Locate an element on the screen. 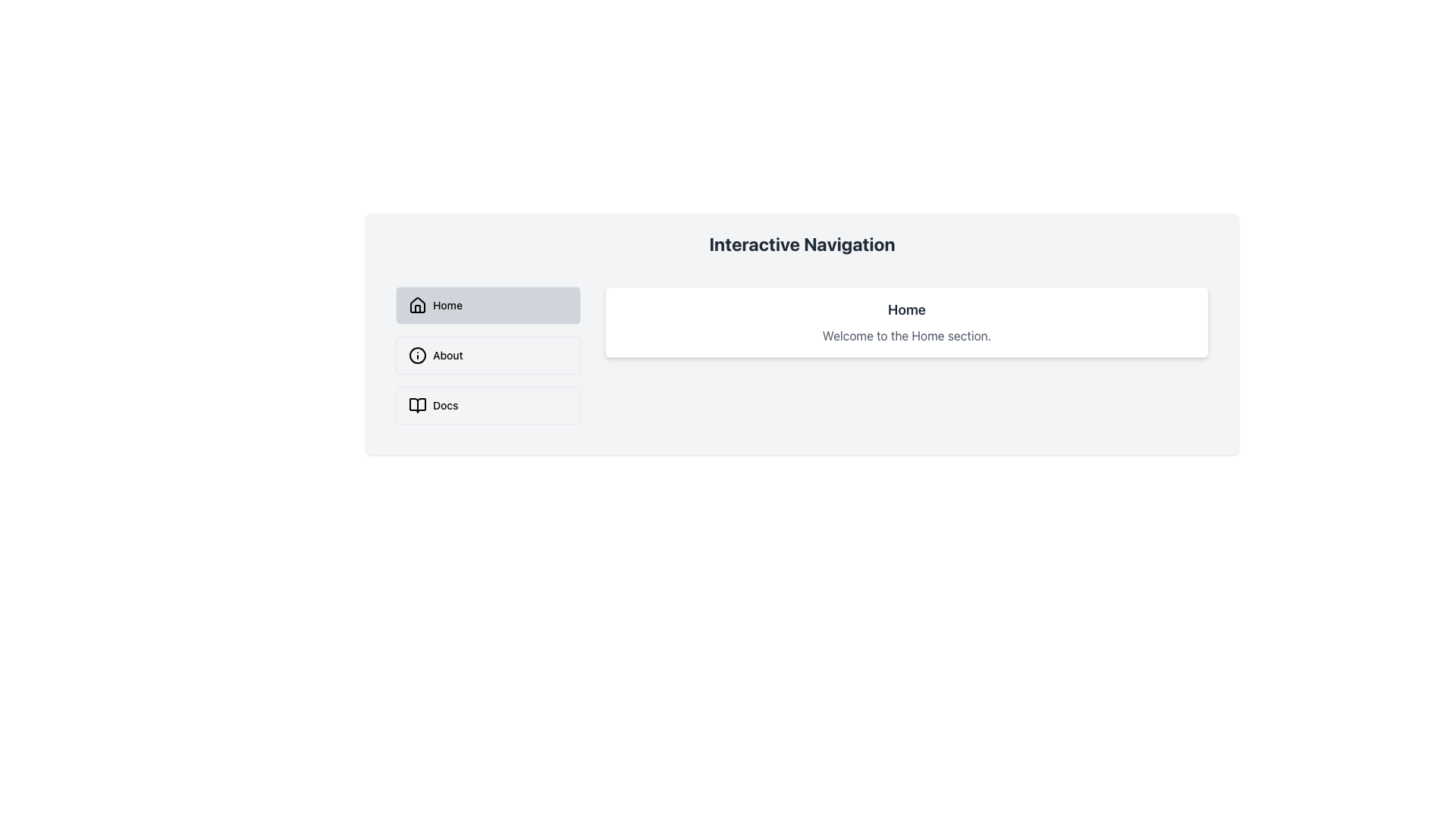 The height and width of the screenshot is (819, 1456). the navigation button labeled as the third option in the vertical list, which leads to documentation or reference materials relevant to the application is located at coordinates (488, 405).